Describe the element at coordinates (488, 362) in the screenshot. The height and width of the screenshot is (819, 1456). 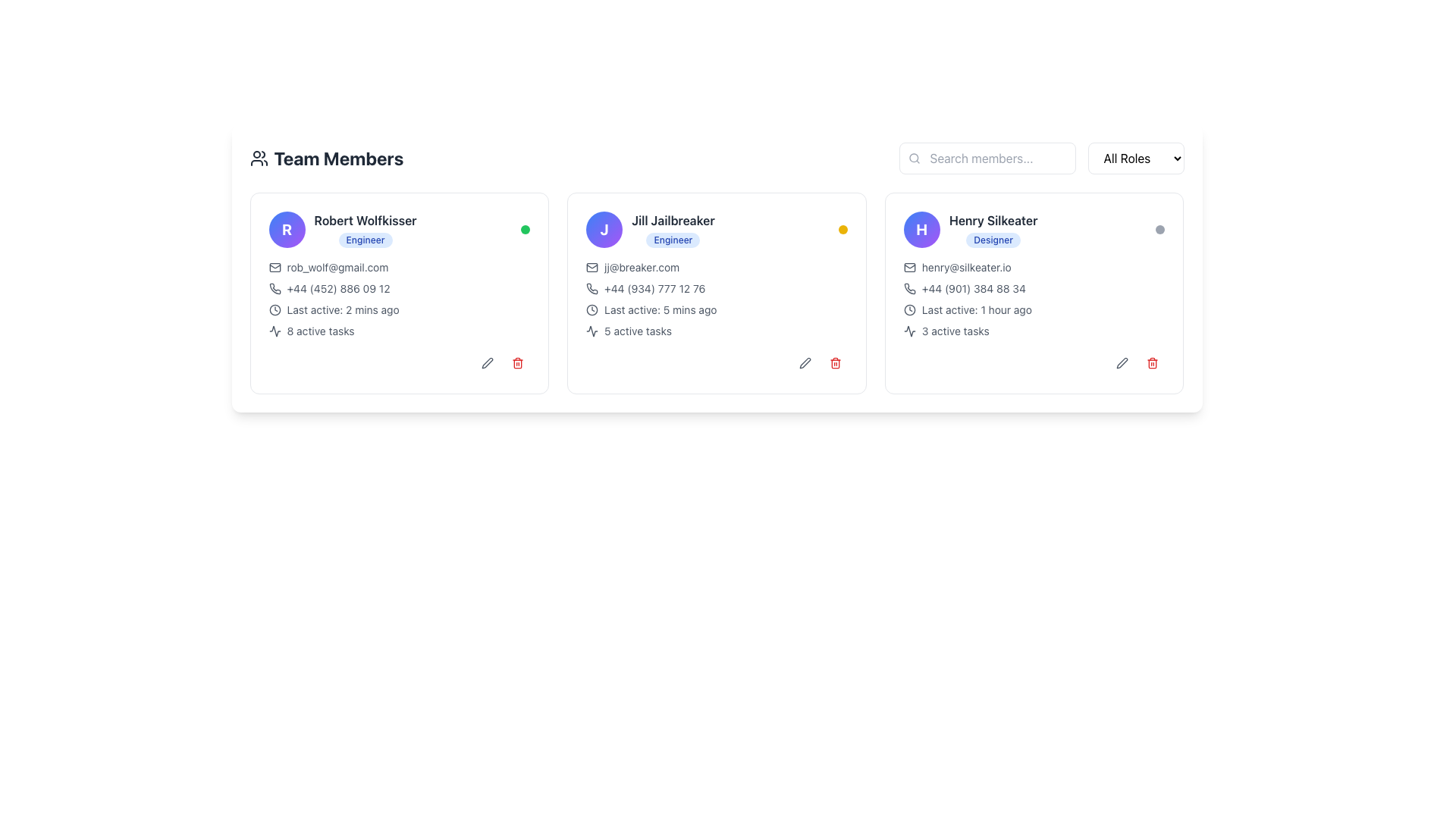
I see `the outlined gray pen icon button located within the first card featuring 'Robert Wolfkisser'` at that location.